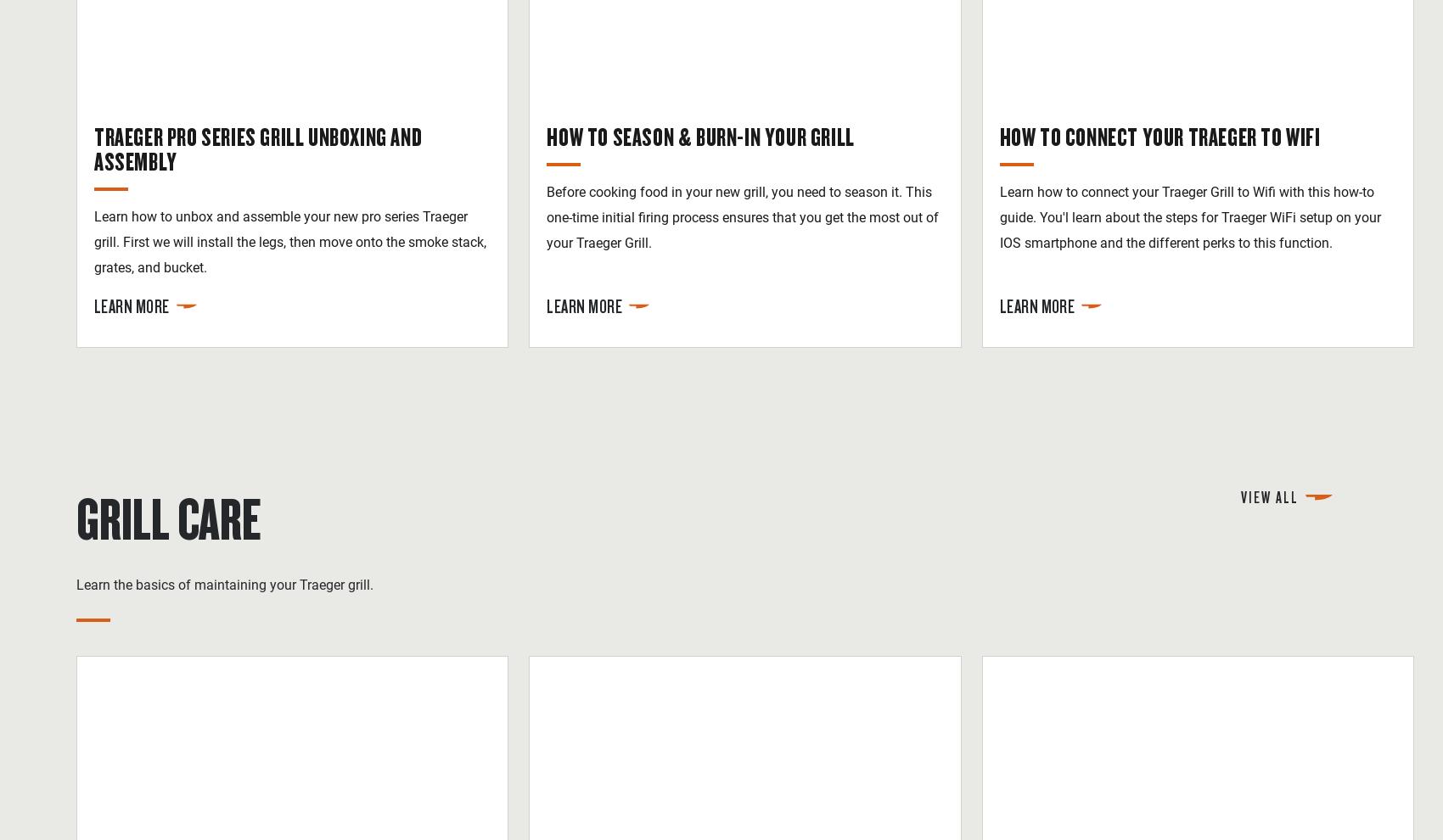  What do you see at coordinates (1159, 135) in the screenshot?
I see `'How to Connect Your Traeger To Wifi'` at bounding box center [1159, 135].